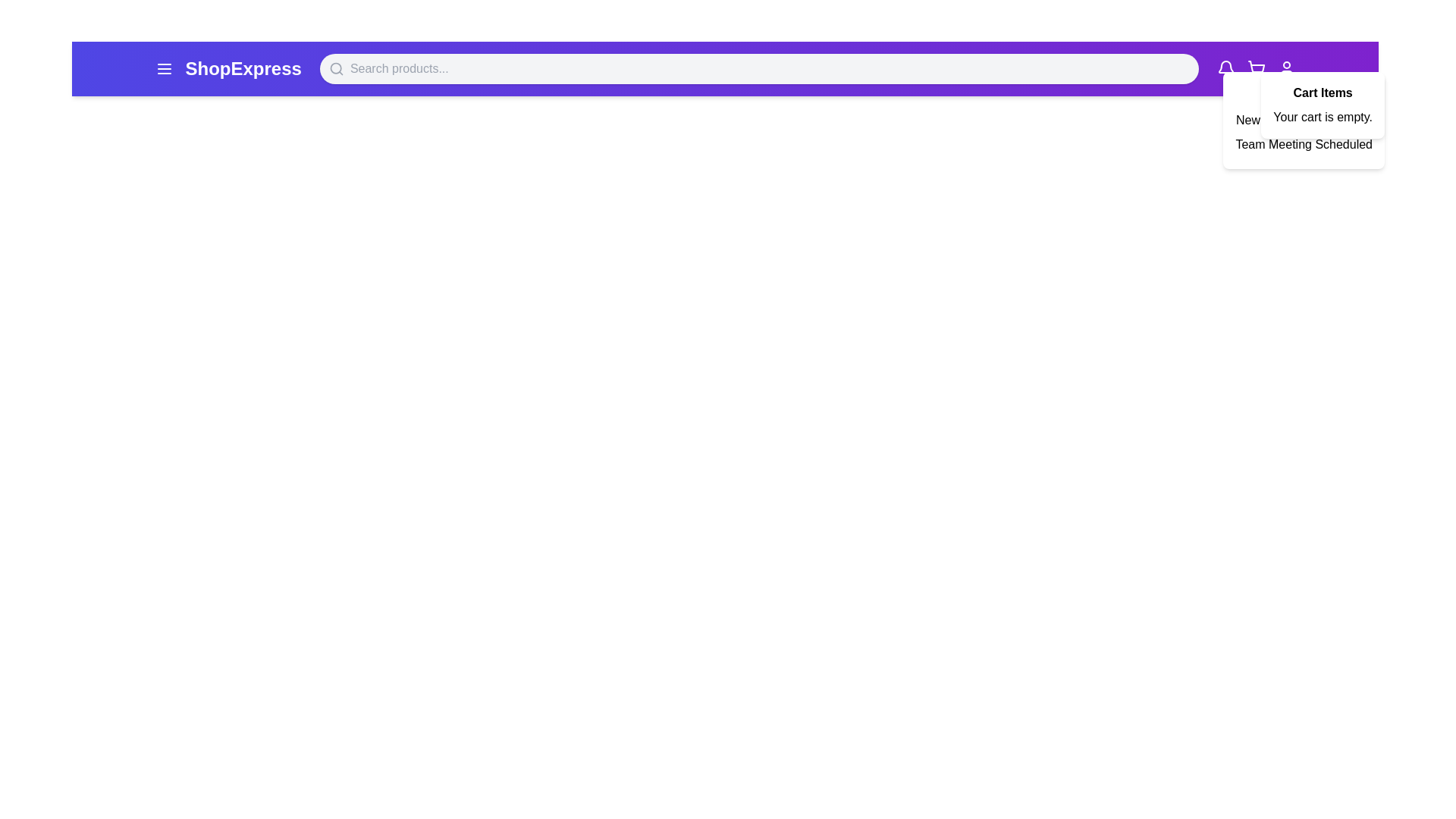 The width and height of the screenshot is (1456, 819). Describe the element at coordinates (759, 69) in the screenshot. I see `the search bar to focus it for typing` at that location.